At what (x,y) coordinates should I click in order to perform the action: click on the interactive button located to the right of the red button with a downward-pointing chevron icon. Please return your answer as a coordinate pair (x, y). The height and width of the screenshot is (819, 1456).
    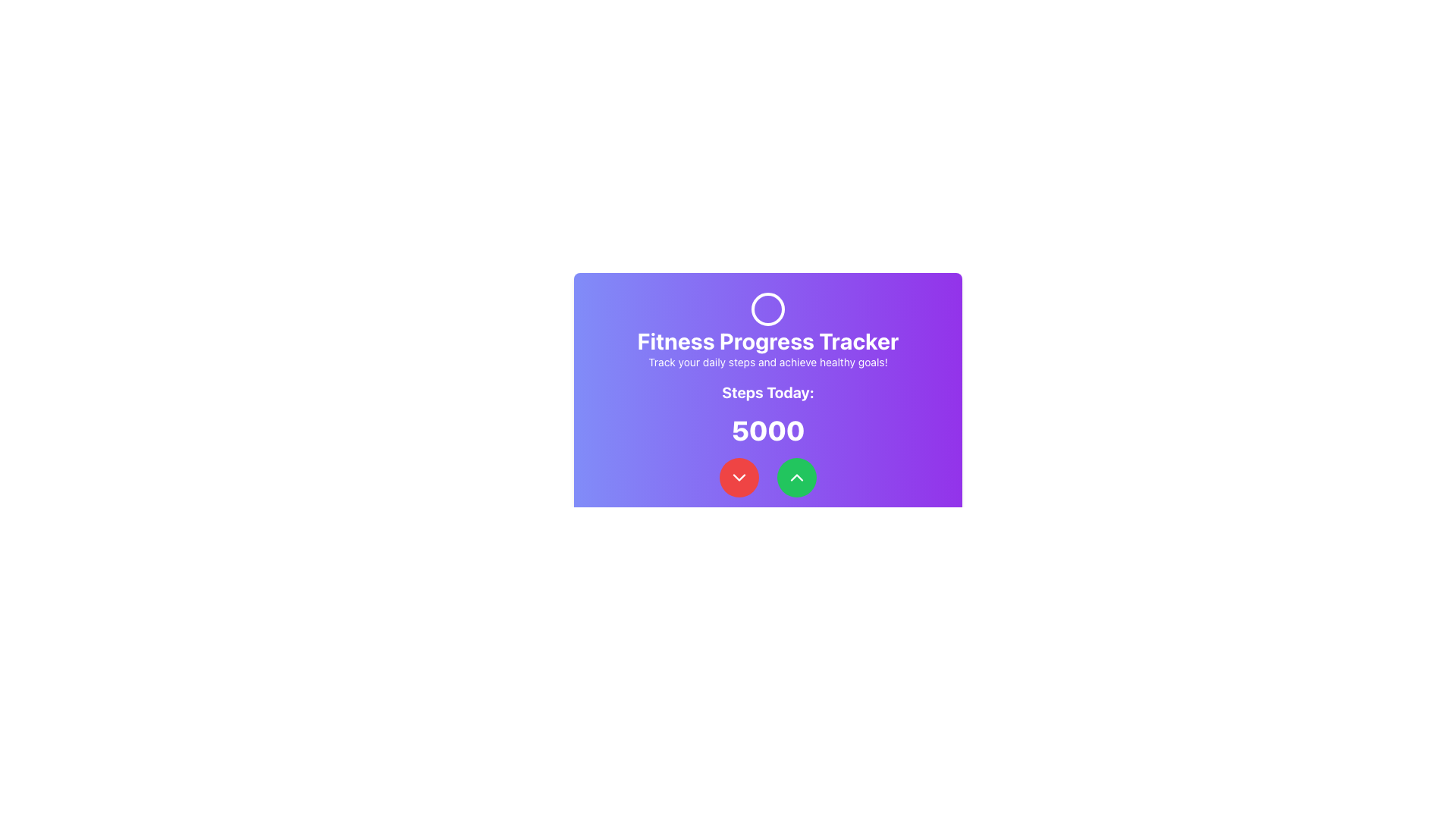
    Looking at the image, I should click on (796, 476).